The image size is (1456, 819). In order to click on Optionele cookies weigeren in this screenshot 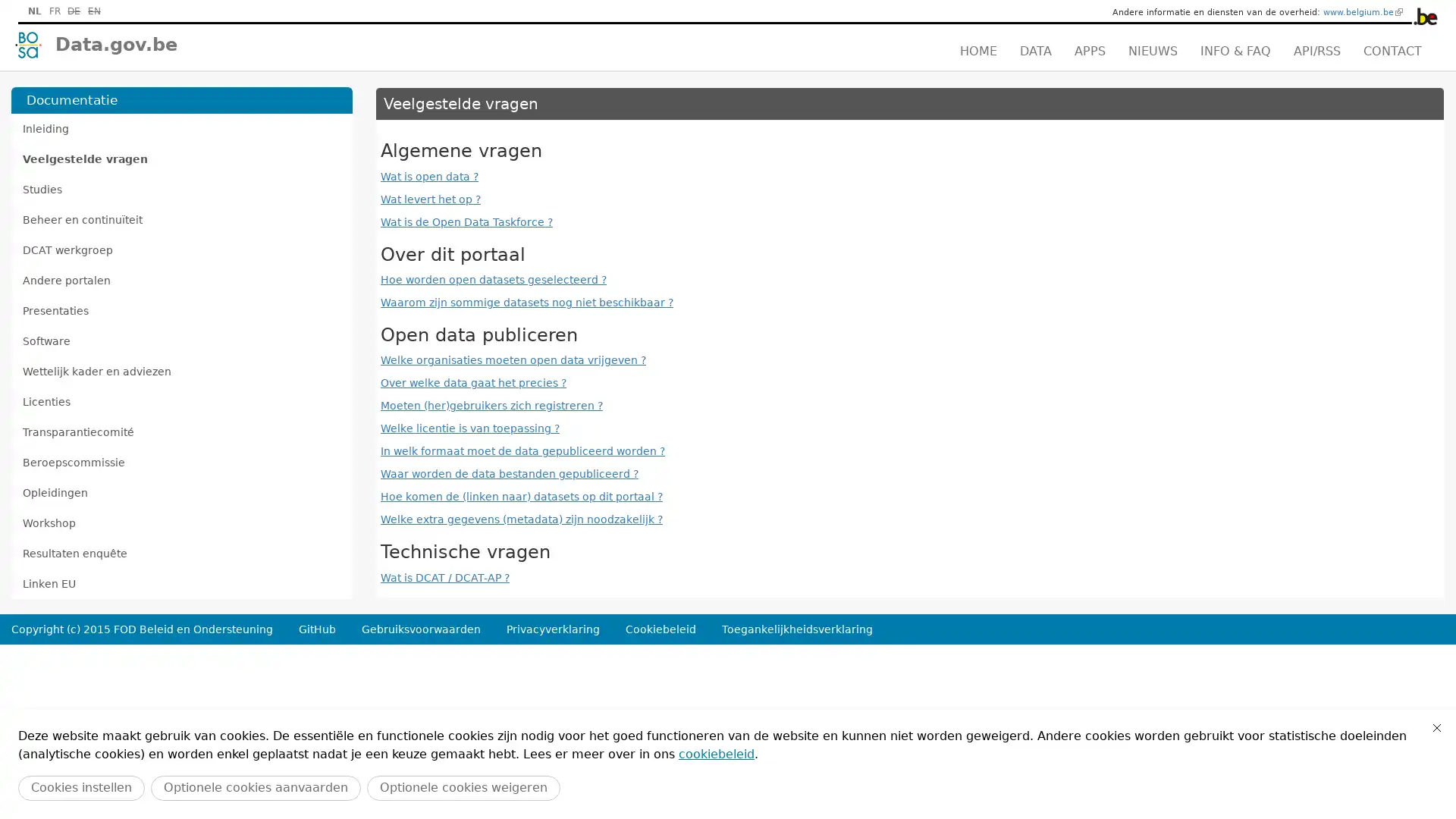, I will do `click(463, 787)`.